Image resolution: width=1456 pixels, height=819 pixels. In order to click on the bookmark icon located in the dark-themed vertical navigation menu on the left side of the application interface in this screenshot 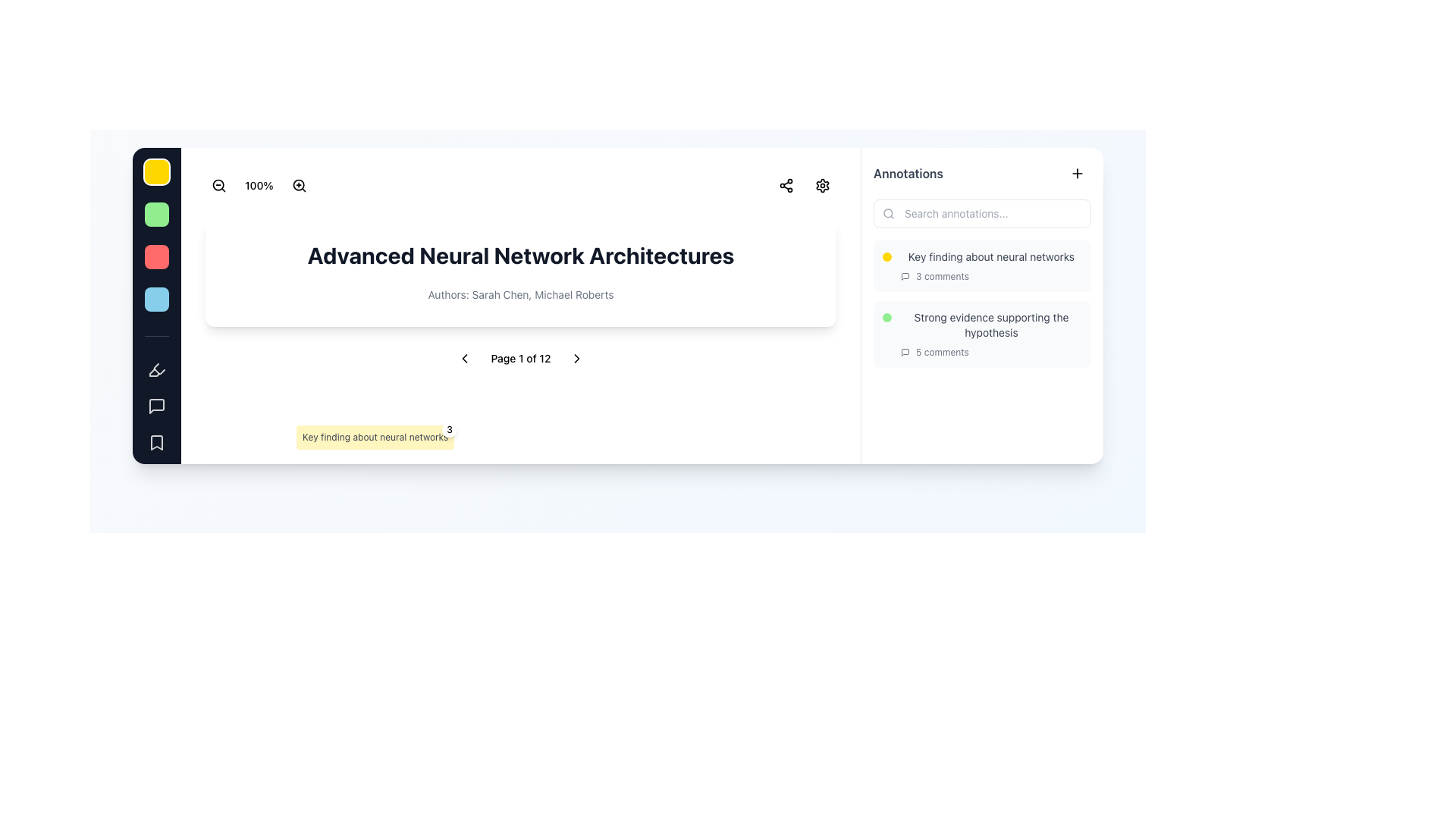, I will do `click(156, 442)`.